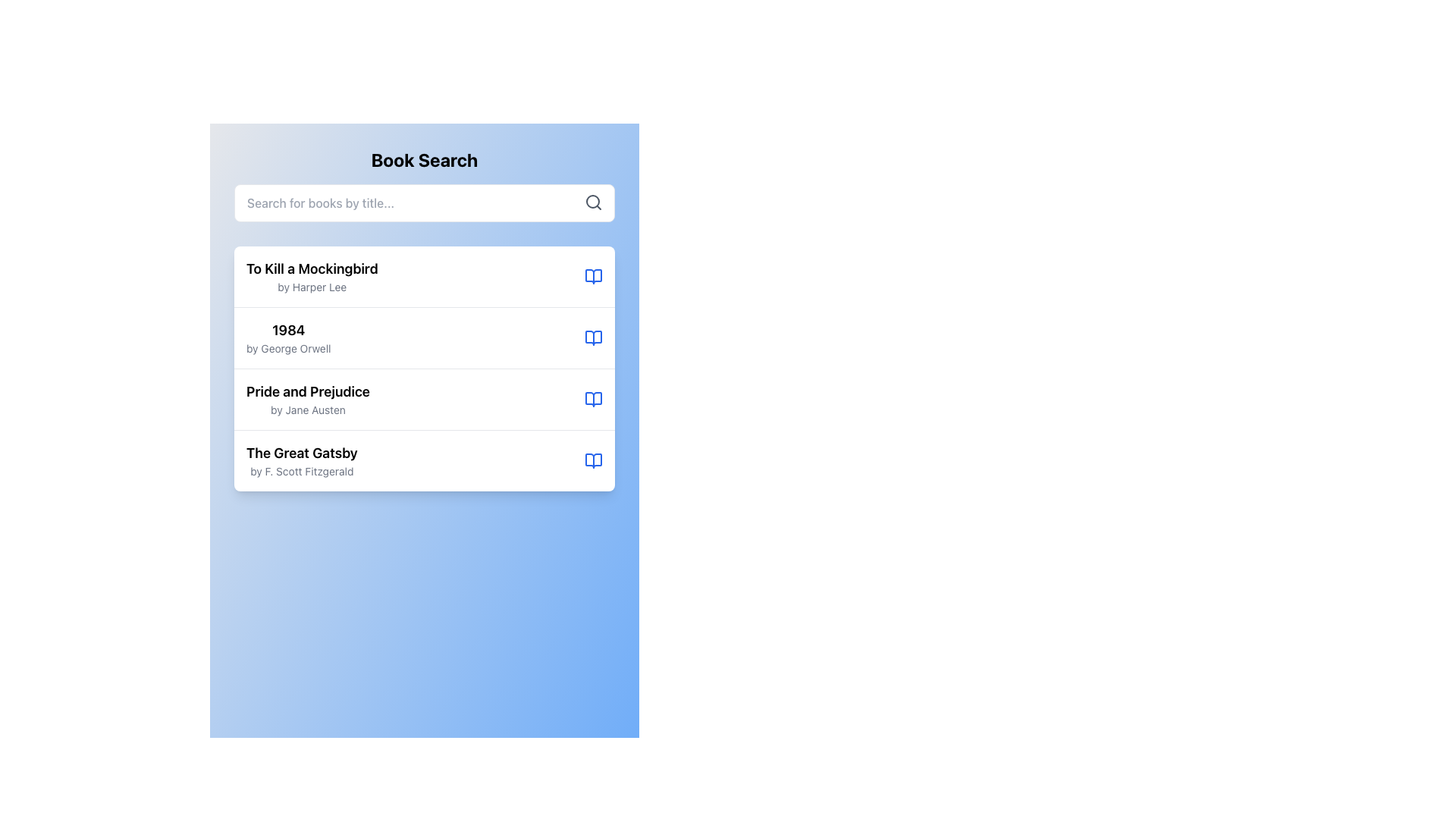  What do you see at coordinates (288, 337) in the screenshot?
I see `the text label displaying '1984' by George Orwell, which is the second item in the list of book titles, positioned below 'To Kill a Mockingbird'` at bounding box center [288, 337].